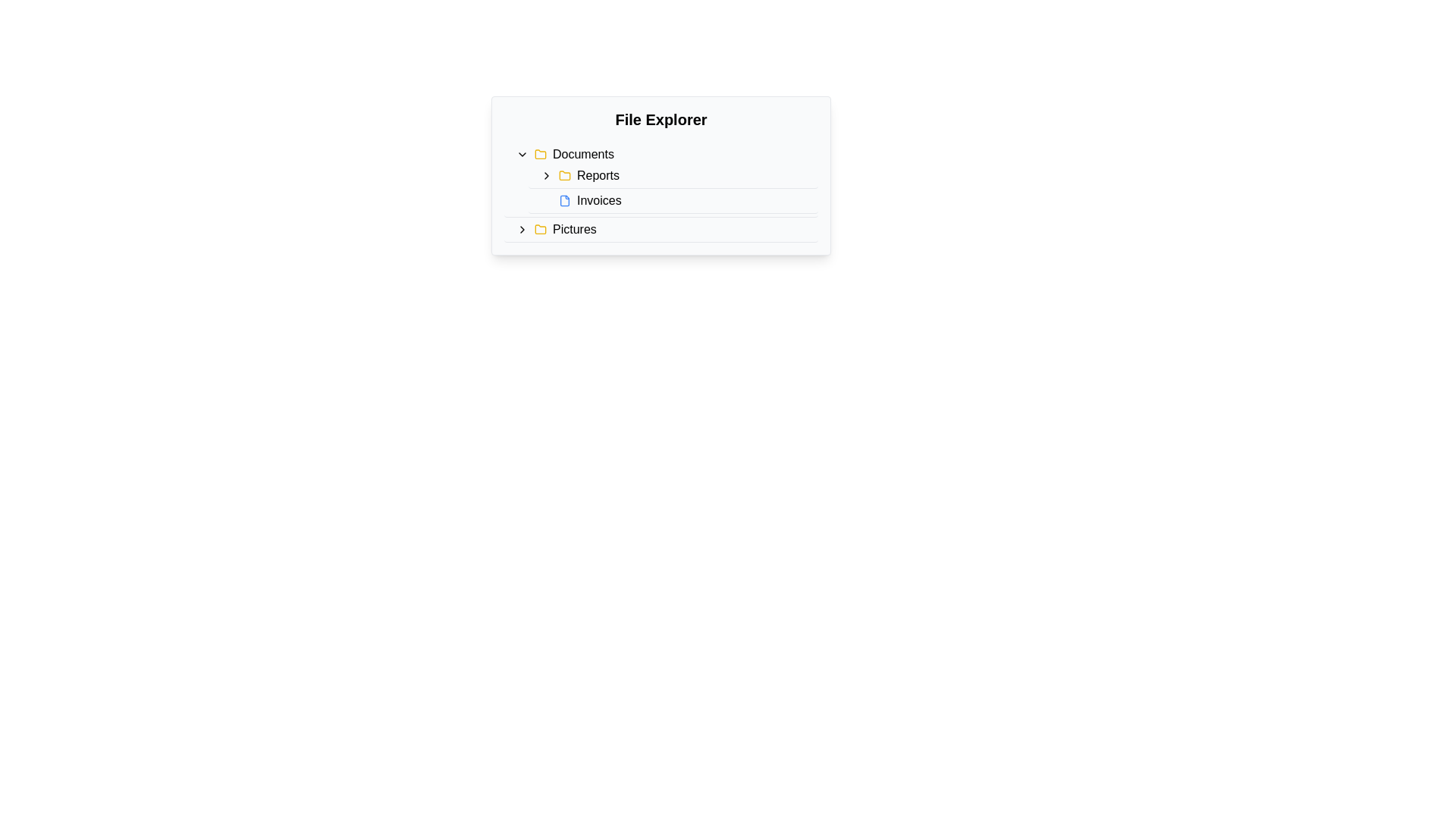  I want to click on the folder icon with a yellow outline located to the left of the 'Pictures' text label, so click(541, 230).